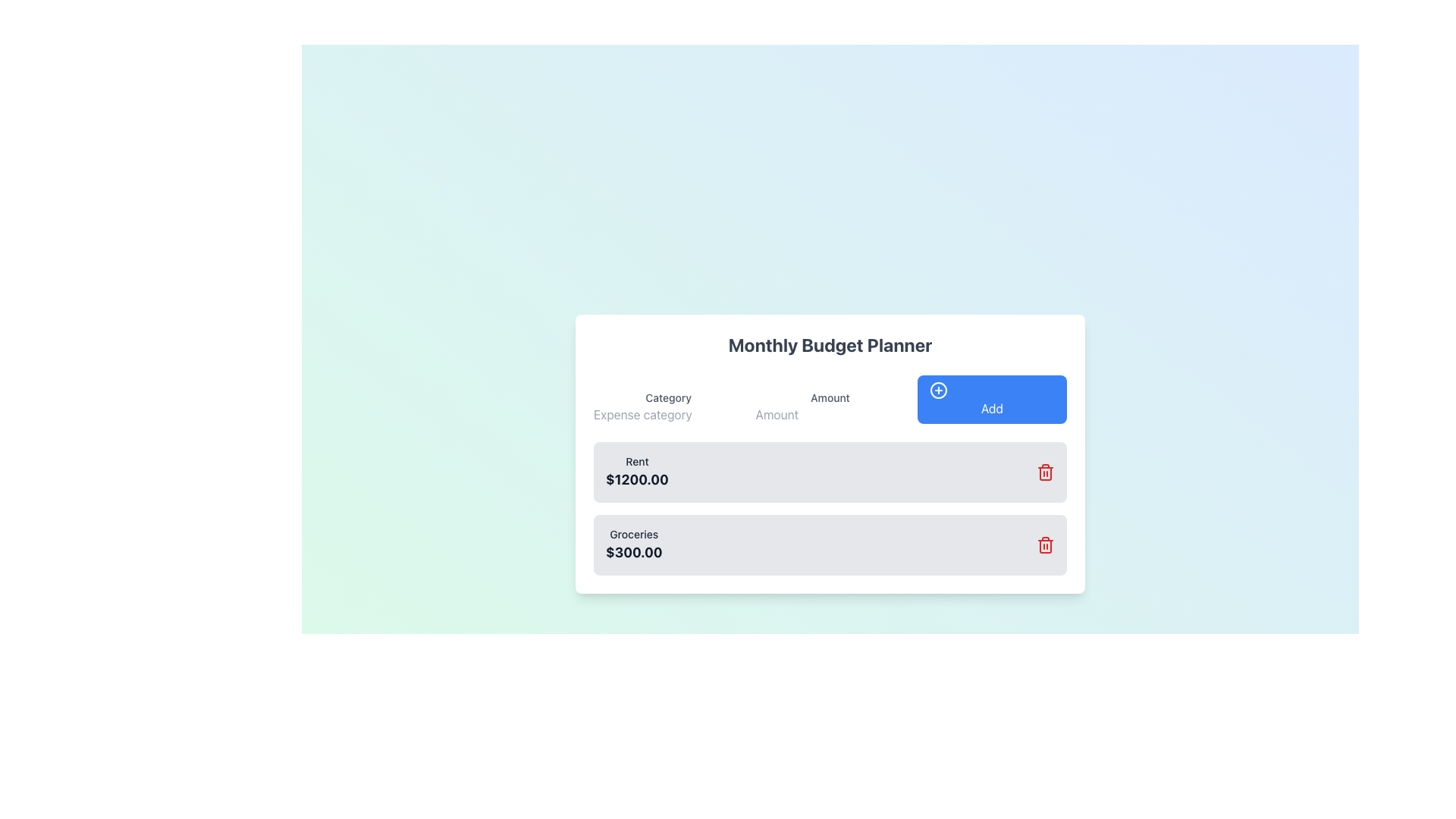 This screenshot has width=1456, height=819. What do you see at coordinates (637, 461) in the screenshot?
I see `the text label displaying 'Rent' which is styled in a small, medium weight, dark gray sans-serif font, positioned above the amount '$1200.00' in the Monthly Budget Planner interface` at bounding box center [637, 461].